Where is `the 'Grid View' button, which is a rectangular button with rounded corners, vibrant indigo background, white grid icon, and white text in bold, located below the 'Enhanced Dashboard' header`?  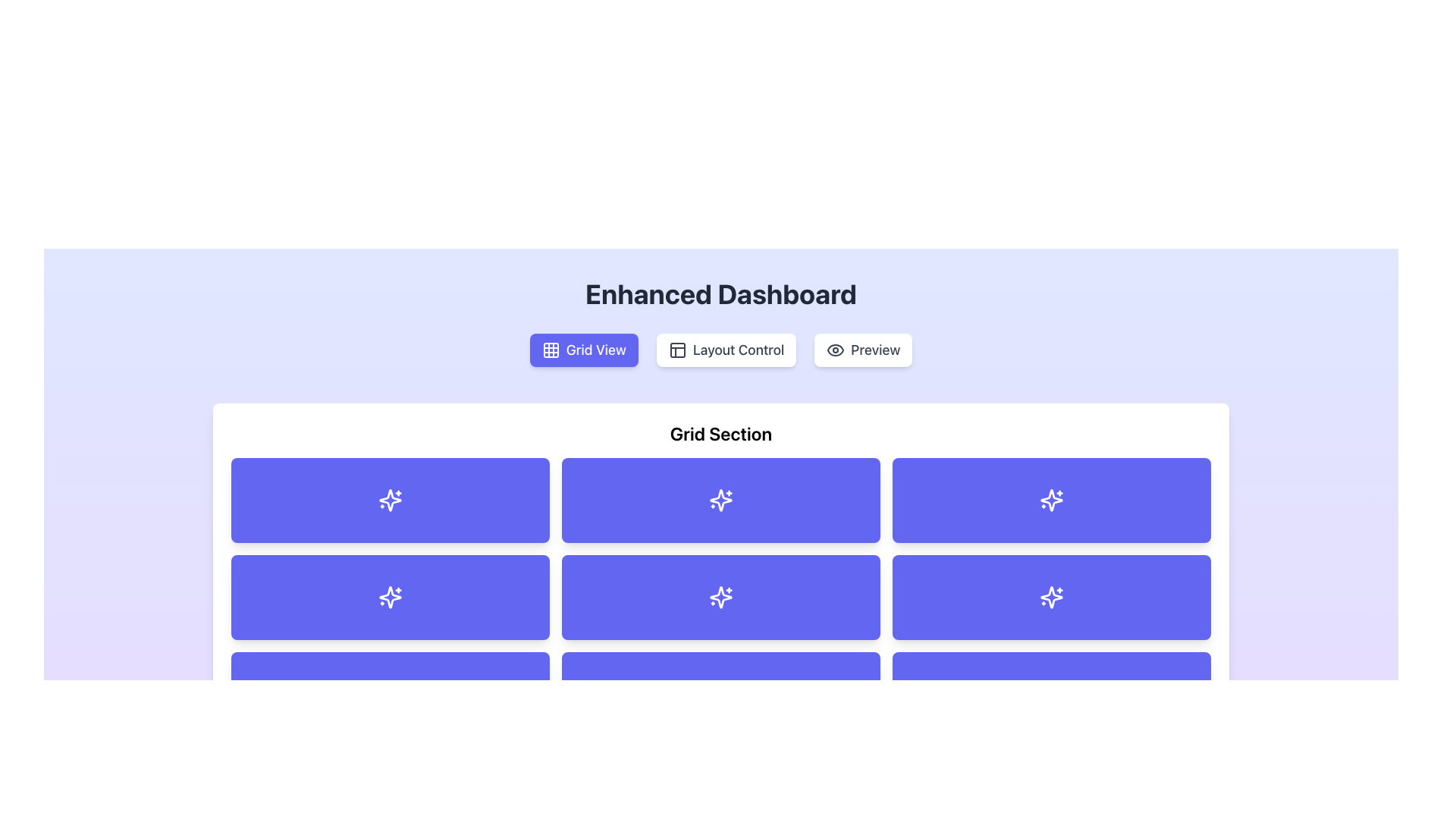
the 'Grid View' button, which is a rectangular button with rounded corners, vibrant indigo background, white grid icon, and white text in bold, located below the 'Enhanced Dashboard' header is located at coordinates (583, 350).